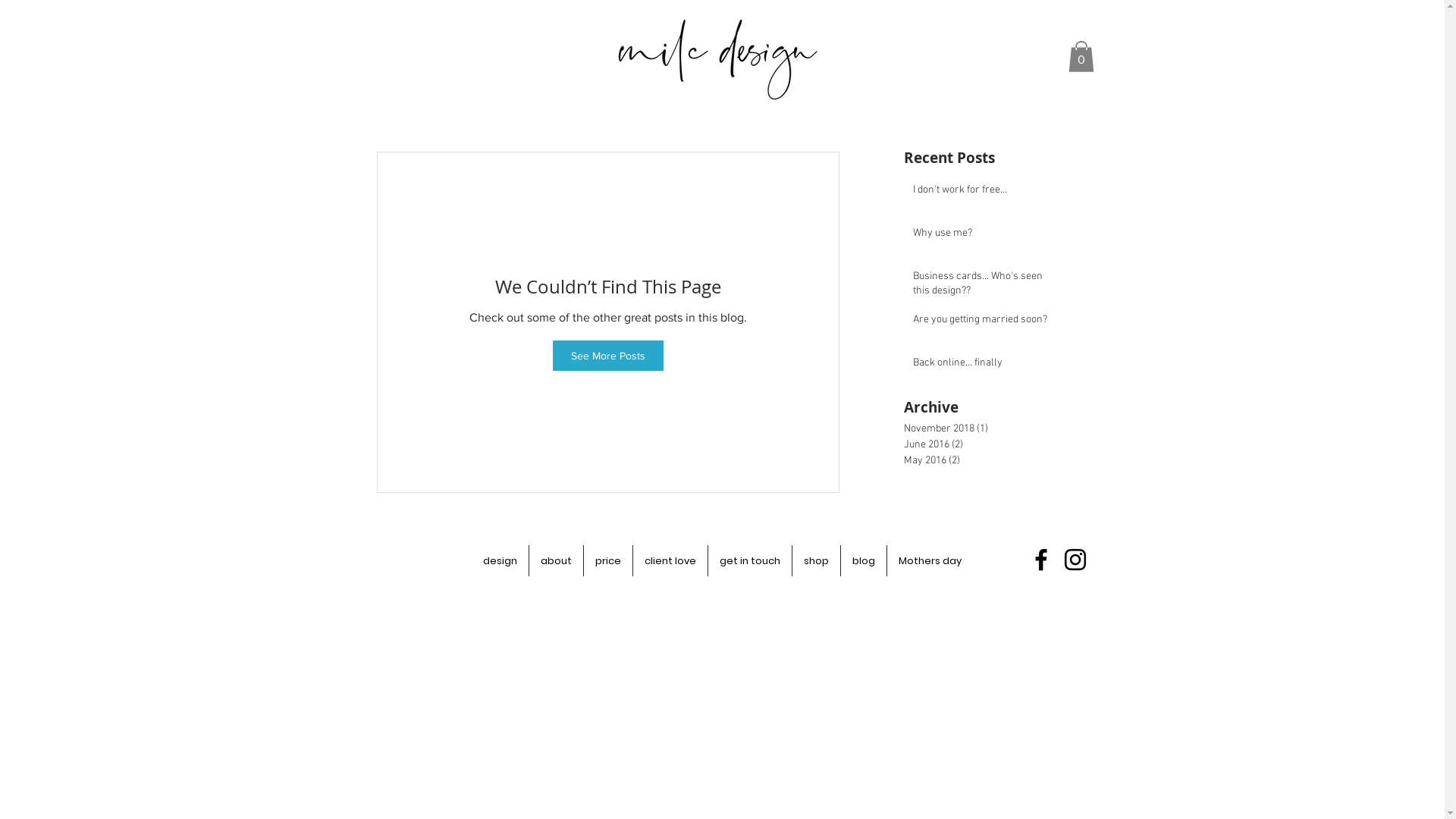 Image resolution: width=1456 pixels, height=819 pixels. Describe the element at coordinates (929, 560) in the screenshot. I see `'Mothers day'` at that location.